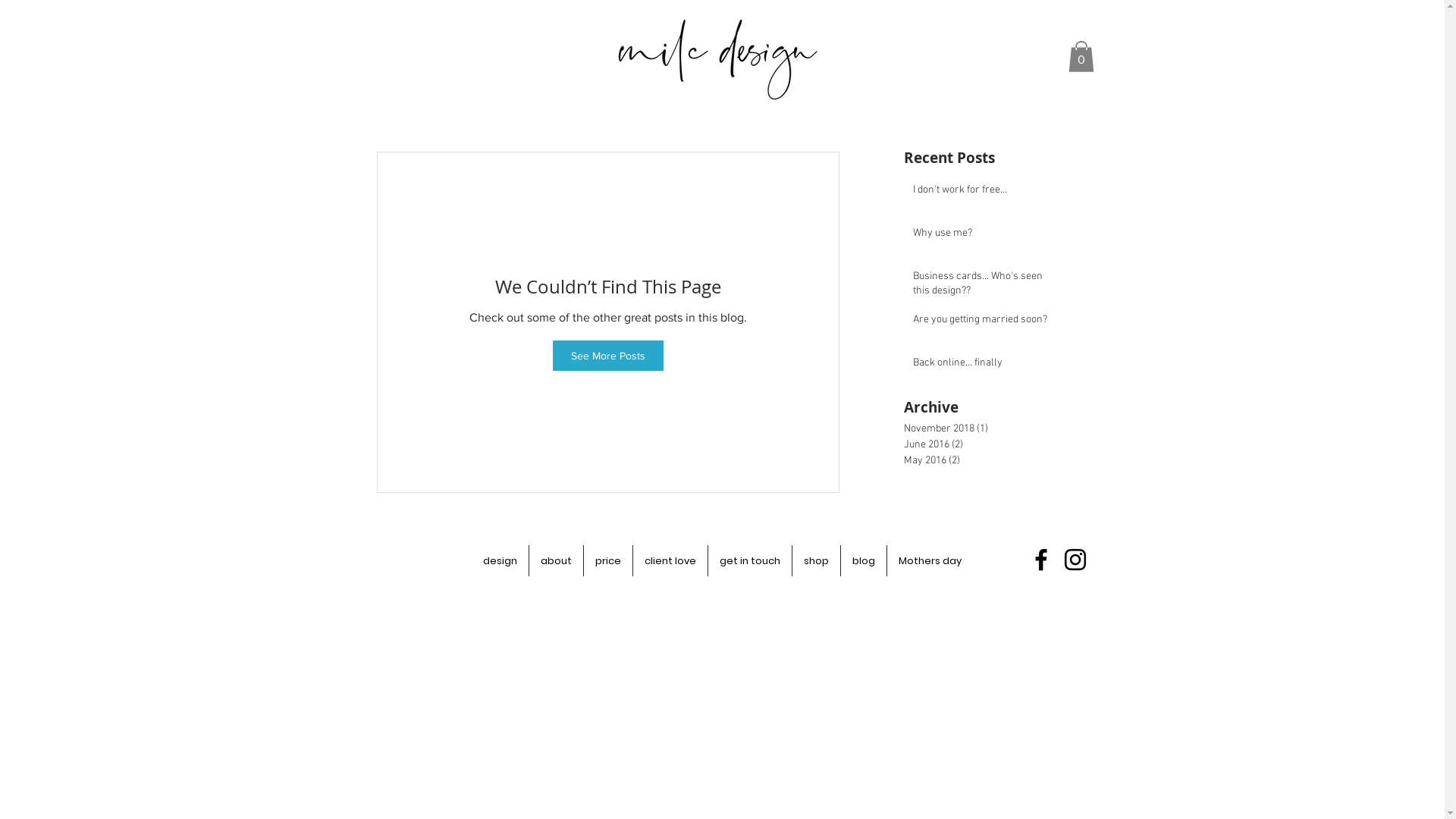 Image resolution: width=1456 pixels, height=819 pixels. Describe the element at coordinates (929, 560) in the screenshot. I see `'Mothers day'` at that location.